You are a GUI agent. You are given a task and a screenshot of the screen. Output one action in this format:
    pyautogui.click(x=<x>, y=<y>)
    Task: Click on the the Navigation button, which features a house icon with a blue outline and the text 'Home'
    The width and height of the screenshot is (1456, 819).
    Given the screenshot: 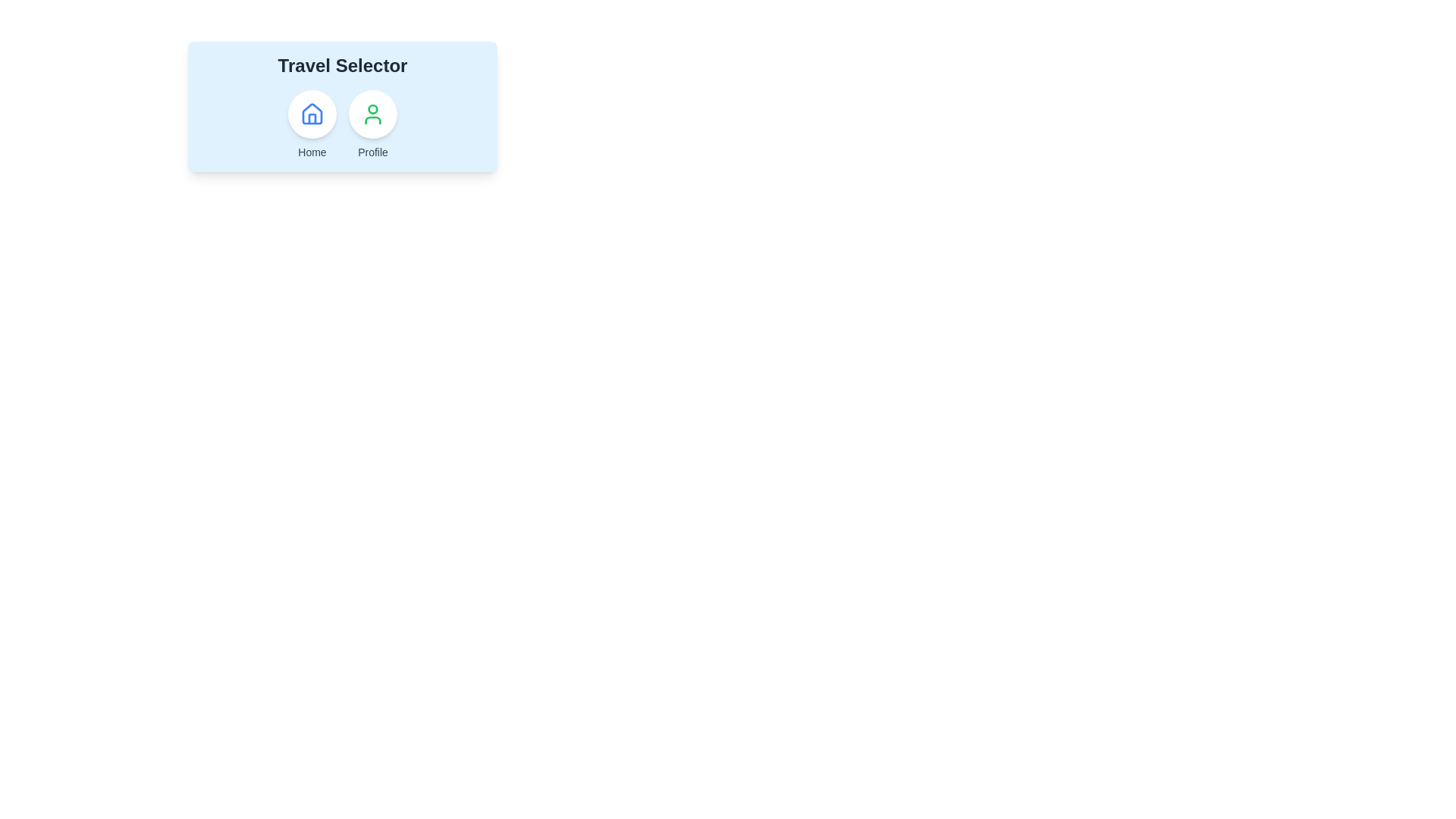 What is the action you would take?
    pyautogui.click(x=312, y=124)
    